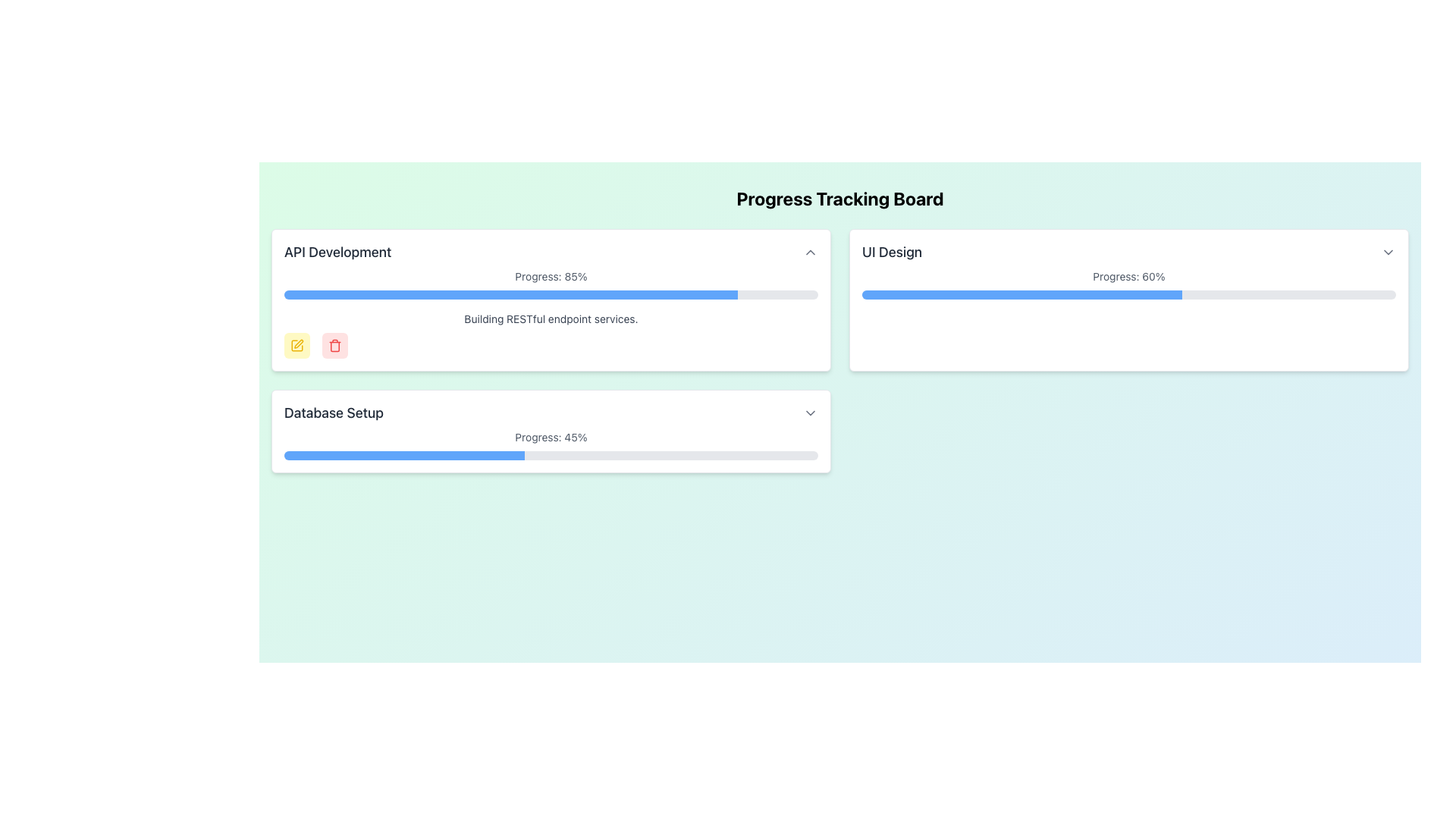 The image size is (1456, 819). Describe the element at coordinates (299, 344) in the screenshot. I see `the 'Edit' icon within the 'API Development' card` at that location.